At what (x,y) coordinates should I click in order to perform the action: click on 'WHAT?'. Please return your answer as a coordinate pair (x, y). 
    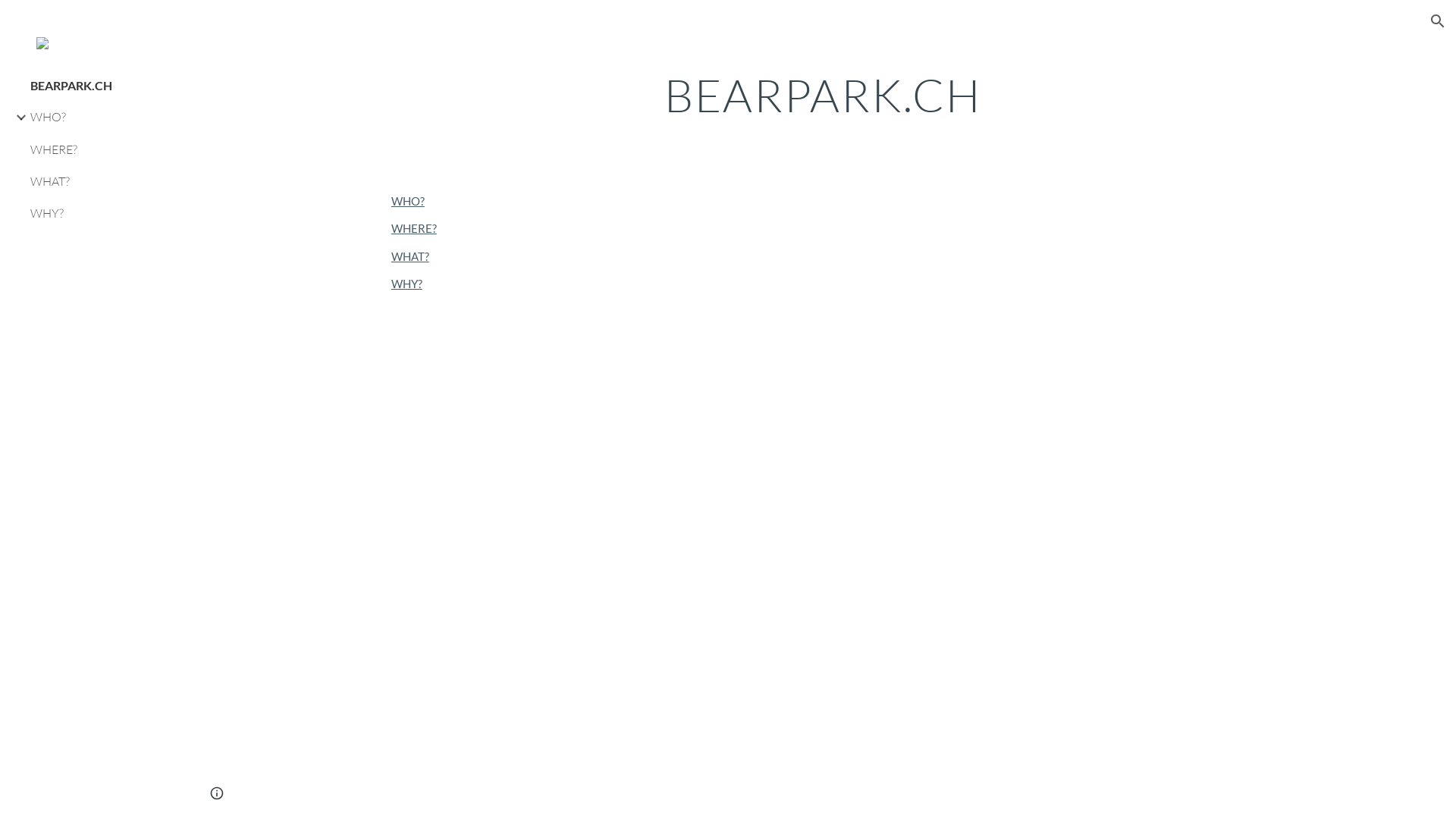
    Looking at the image, I should click on (410, 256).